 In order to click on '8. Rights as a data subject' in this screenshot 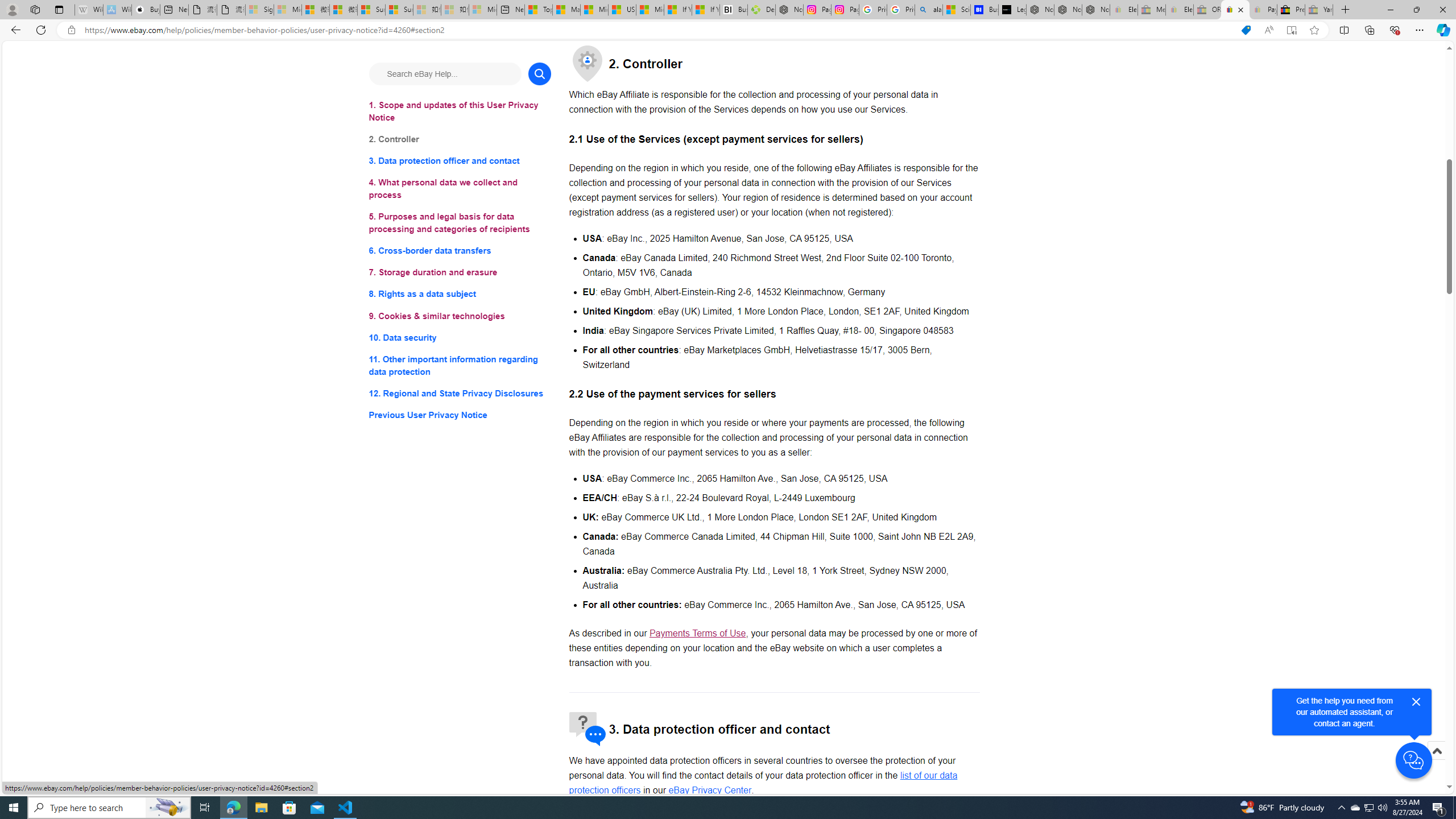, I will do `click(459, 293)`.